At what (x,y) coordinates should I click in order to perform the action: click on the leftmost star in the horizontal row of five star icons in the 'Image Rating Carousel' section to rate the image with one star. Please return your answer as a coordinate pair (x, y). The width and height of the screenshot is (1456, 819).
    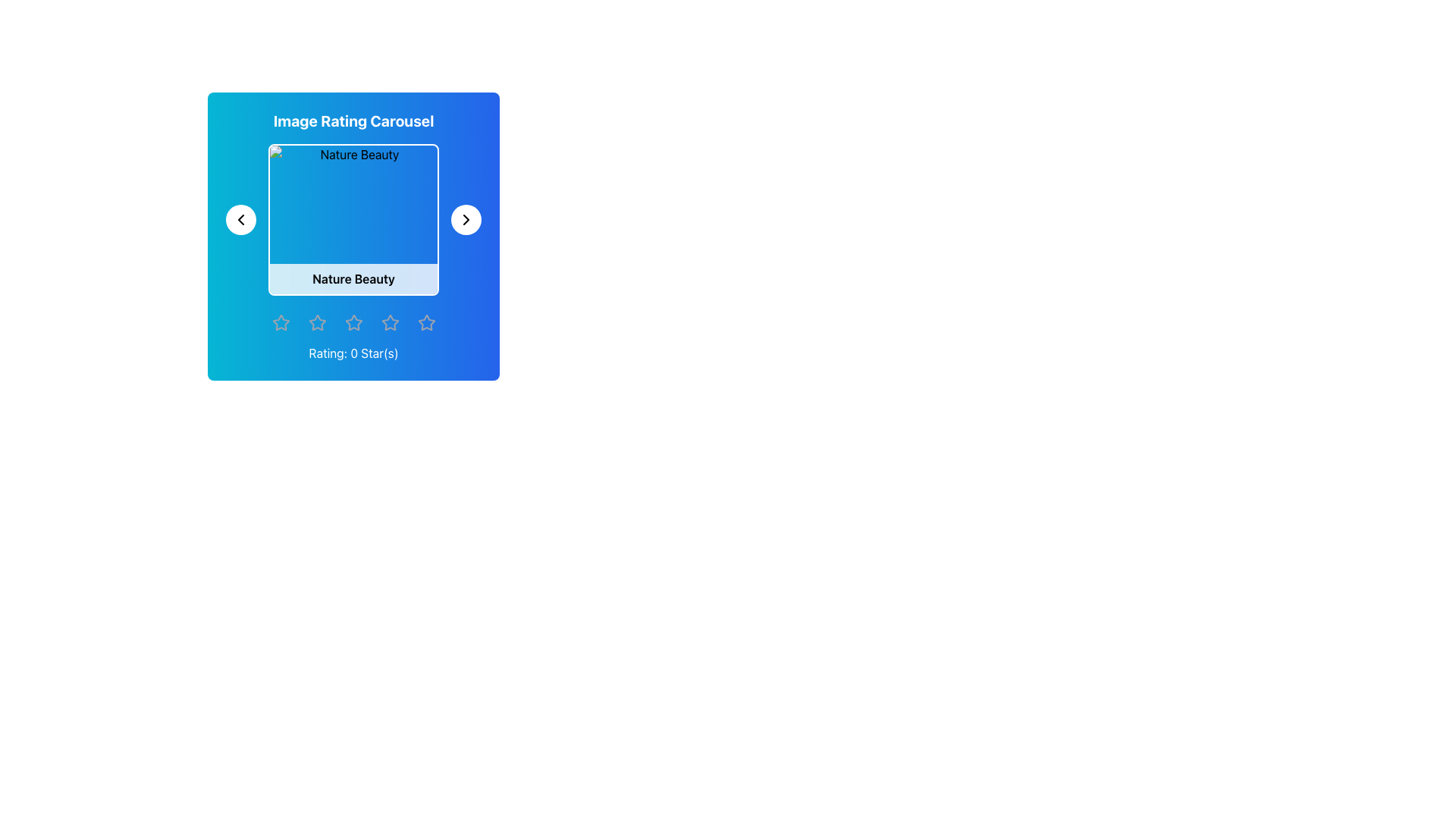
    Looking at the image, I should click on (315, 321).